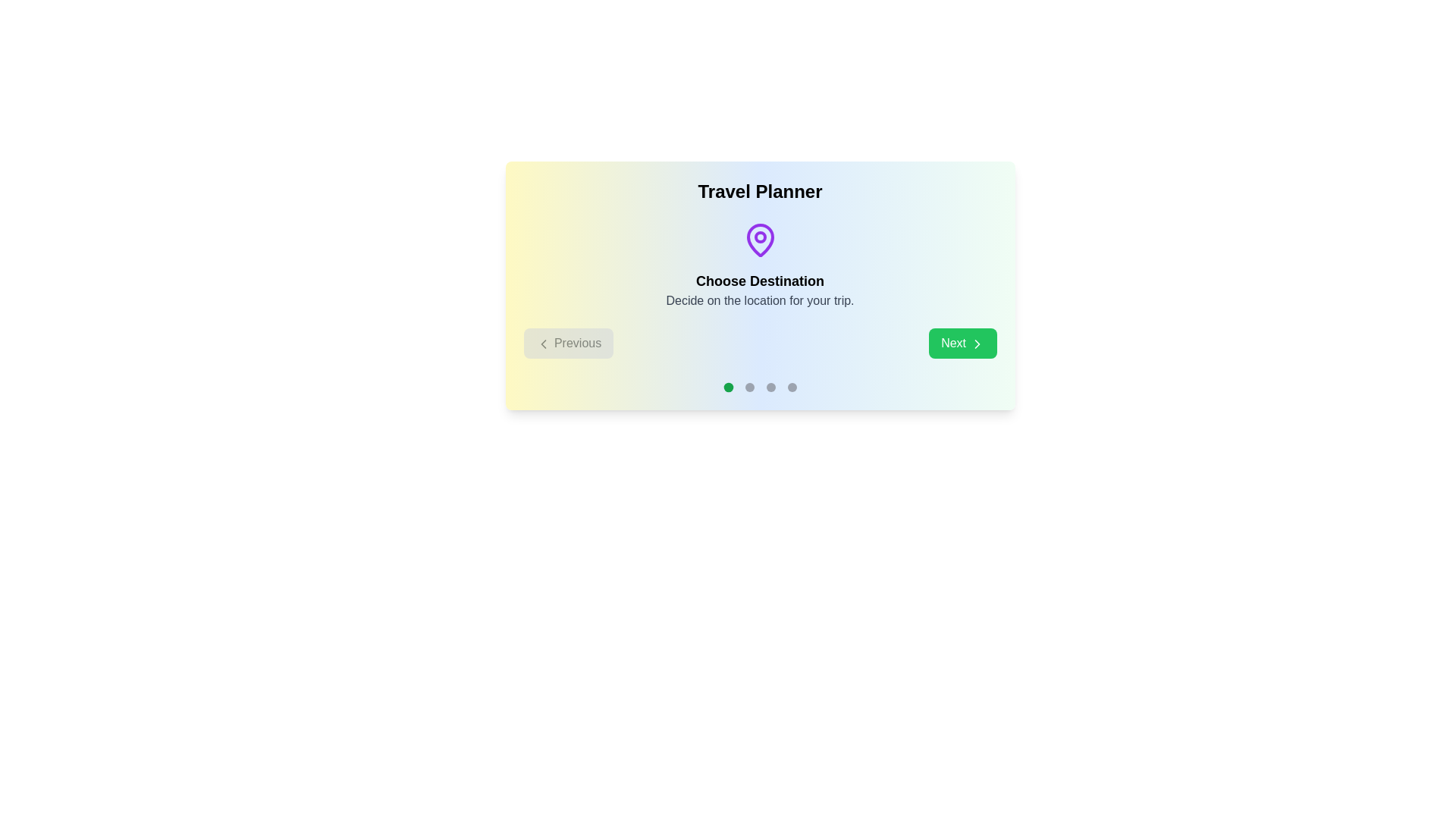 The width and height of the screenshot is (1456, 819). Describe the element at coordinates (760, 239) in the screenshot. I see `the map pin icon with a purple outline, which is centered within the main display area and located above the 'Choose Destination' text` at that location.